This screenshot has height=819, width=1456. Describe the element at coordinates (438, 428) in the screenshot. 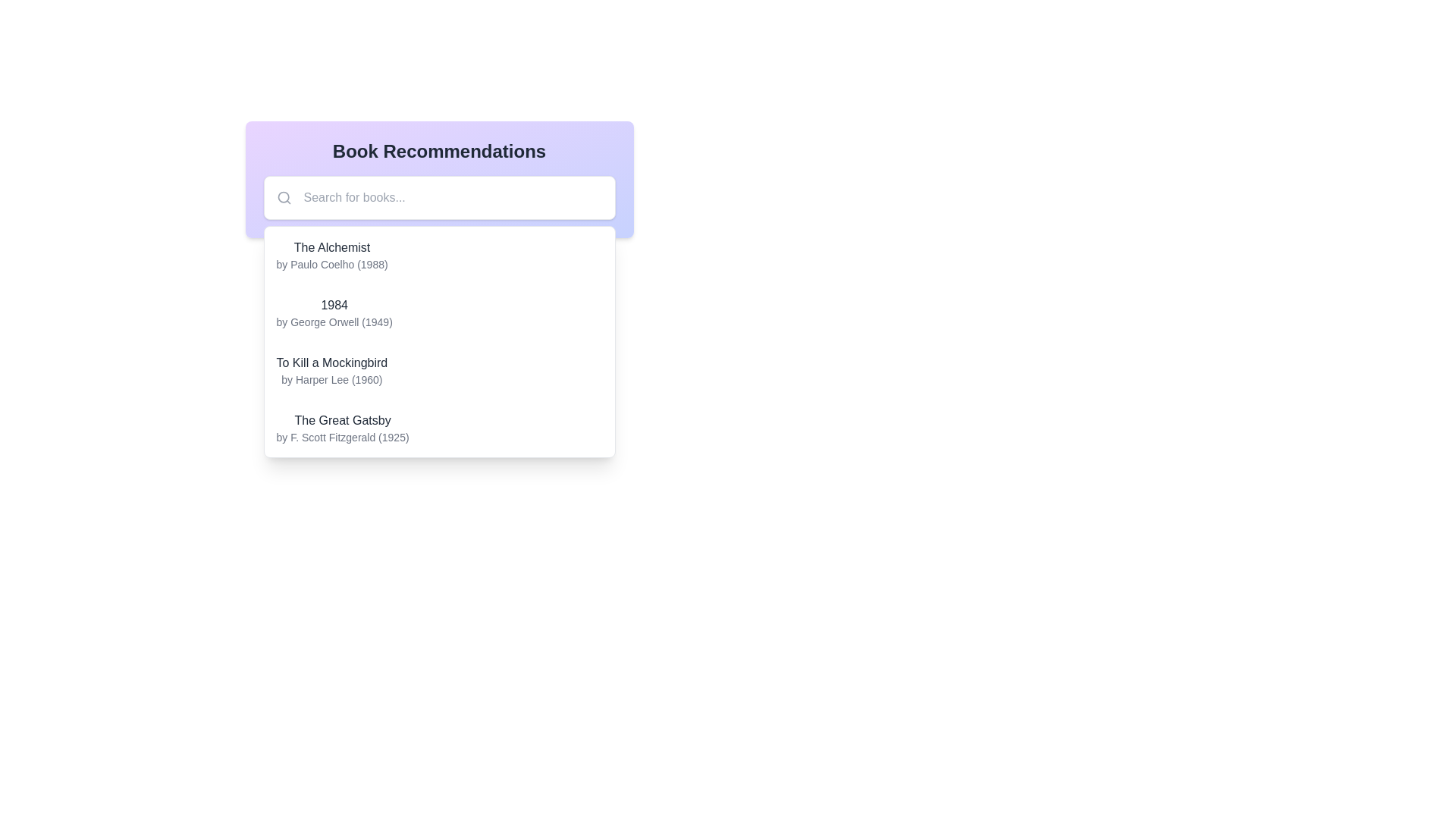

I see `the clickable list item displaying a book recommendation, positioned as the fourth item in a vertical list below 'To Kill a Mockingbird by Harper Lee (1960)'` at that location.